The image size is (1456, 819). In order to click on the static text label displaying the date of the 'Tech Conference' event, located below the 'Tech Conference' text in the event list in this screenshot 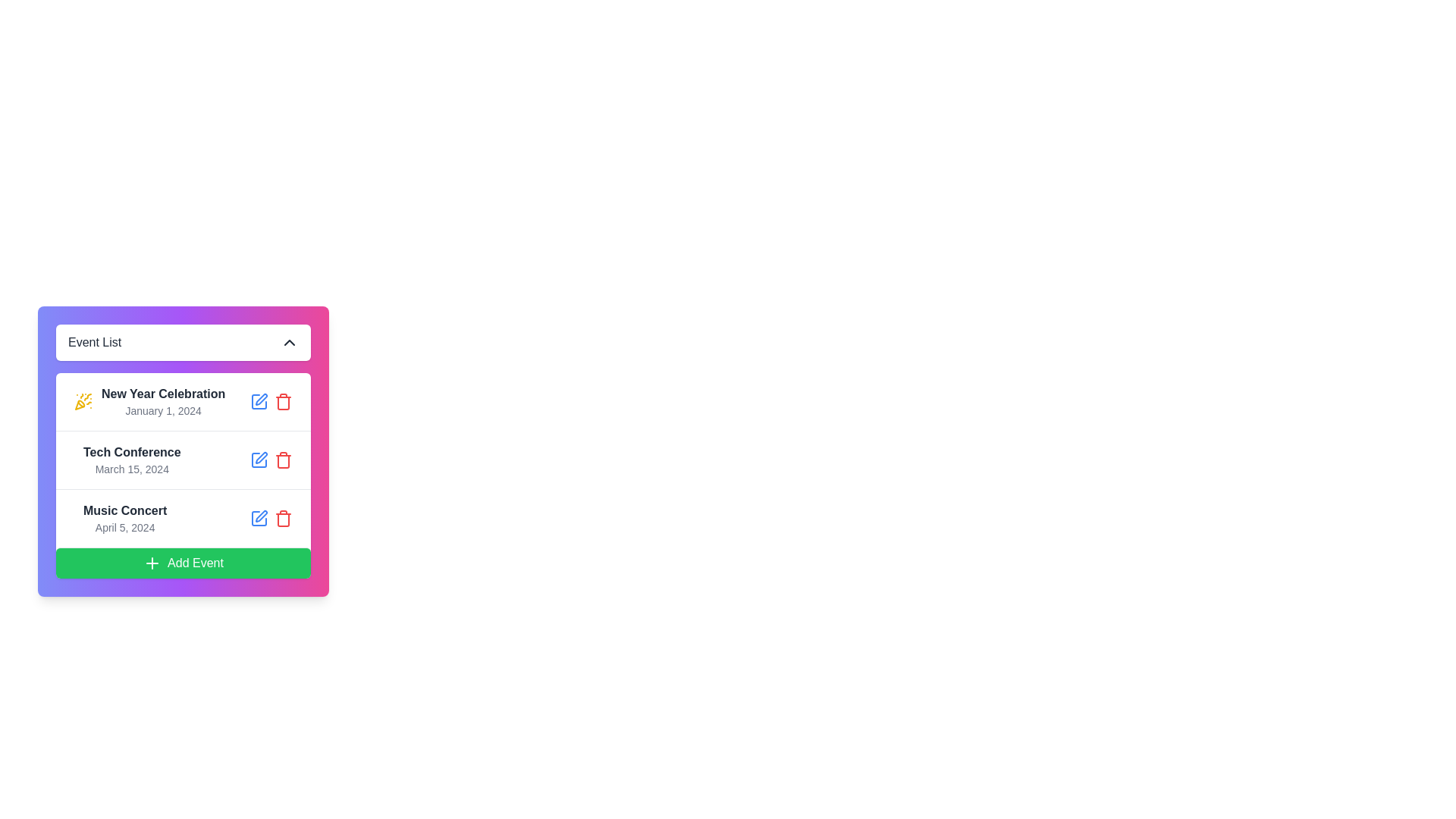, I will do `click(132, 468)`.